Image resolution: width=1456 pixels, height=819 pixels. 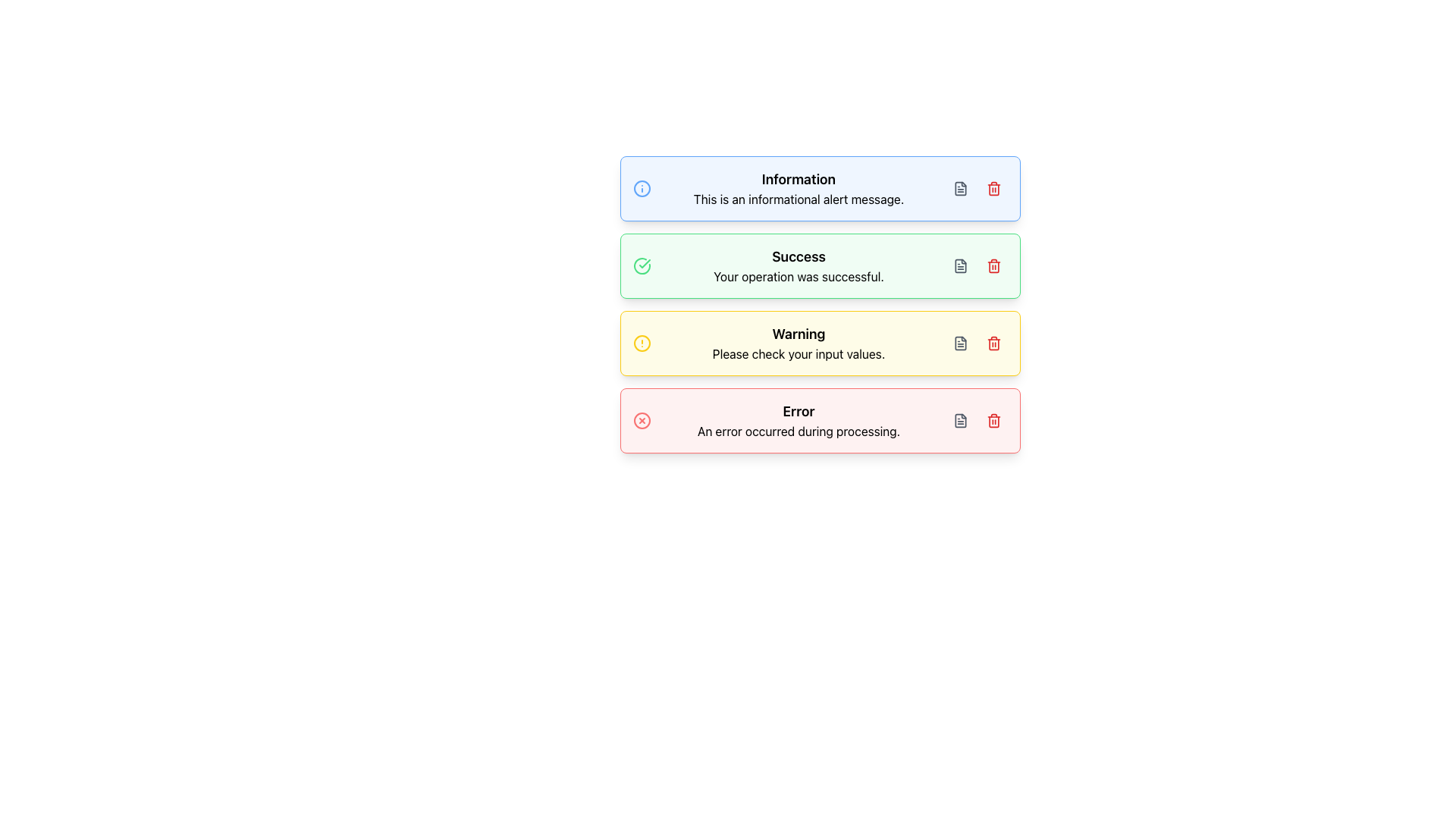 I want to click on the warning message text-based UI component that prompts the user to verify input values, located between the 'Success' and 'Error' panels in the third alert message panel, so click(x=798, y=343).